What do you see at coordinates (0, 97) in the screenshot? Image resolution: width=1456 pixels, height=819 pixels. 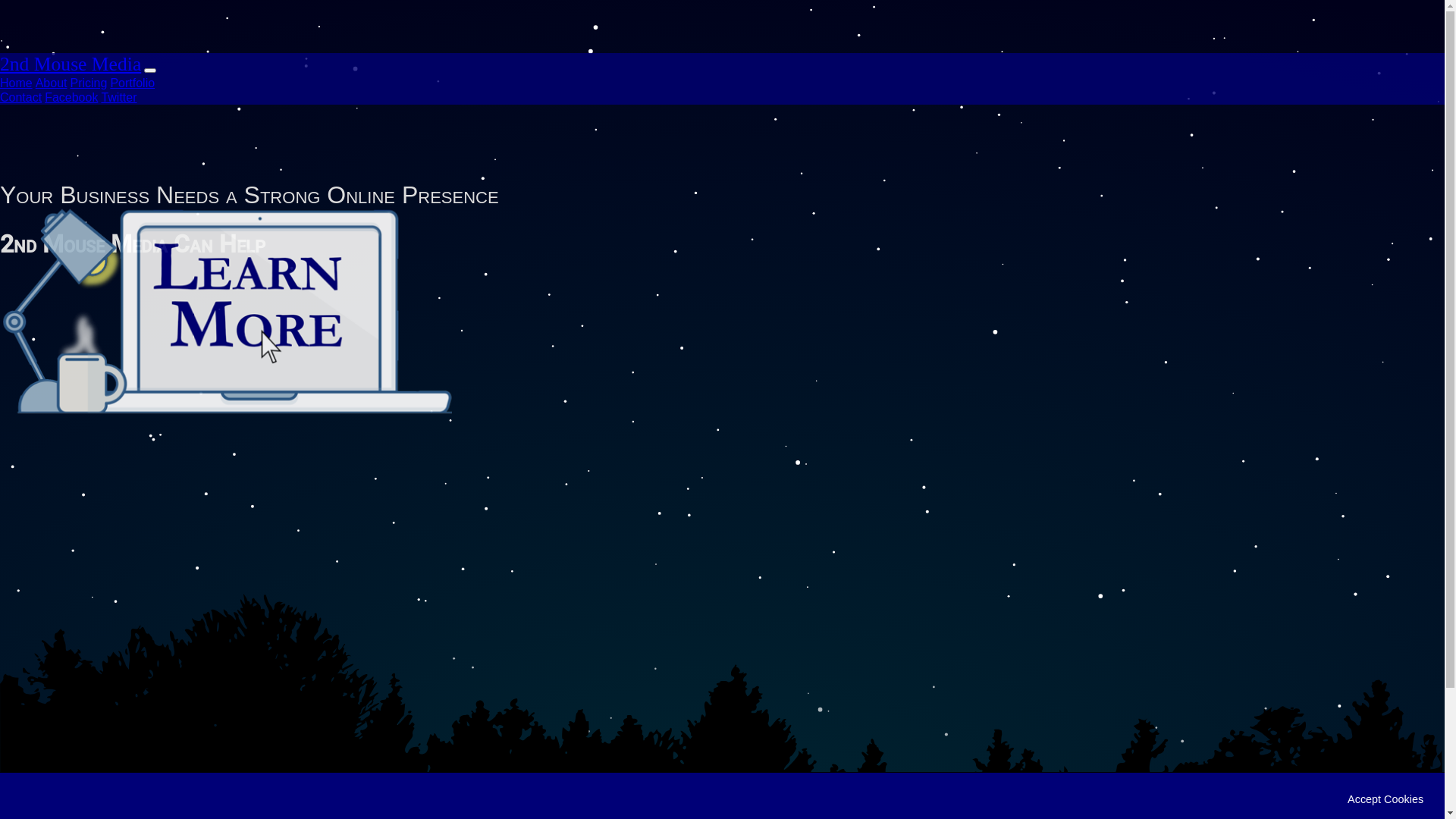 I see `'Contact'` at bounding box center [0, 97].